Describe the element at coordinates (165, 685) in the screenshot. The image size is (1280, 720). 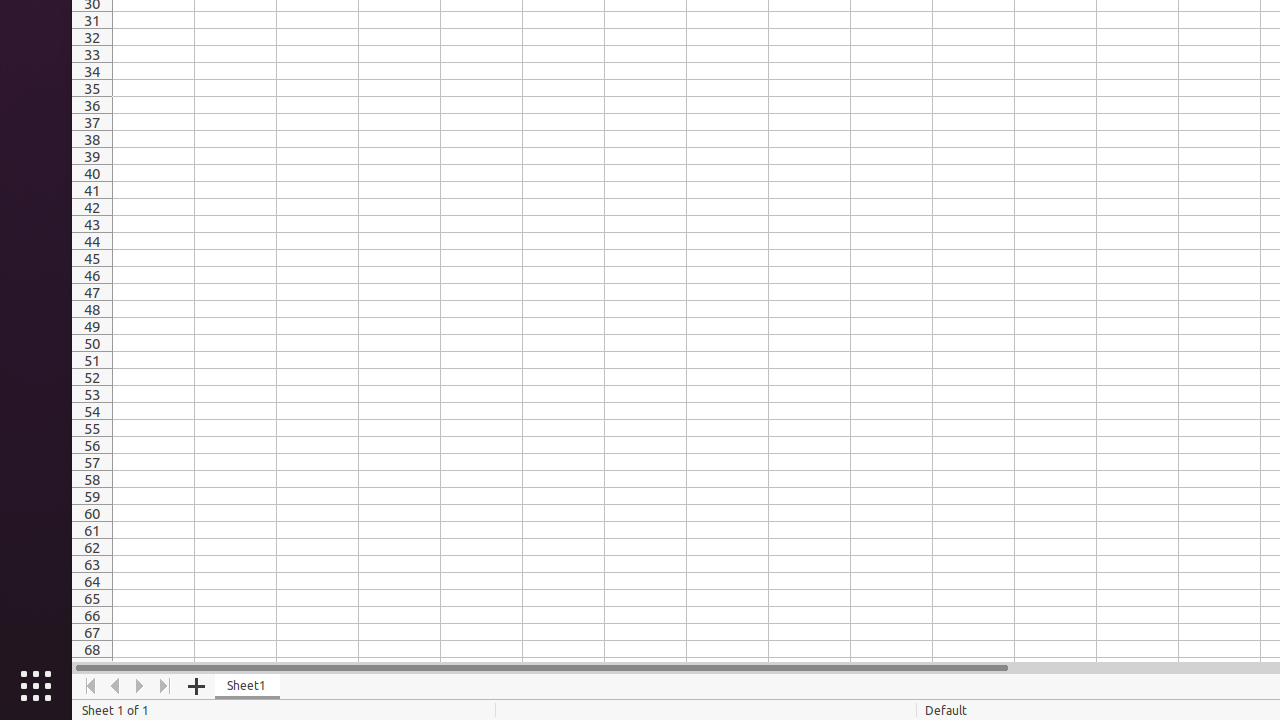
I see `'Move To End'` at that location.